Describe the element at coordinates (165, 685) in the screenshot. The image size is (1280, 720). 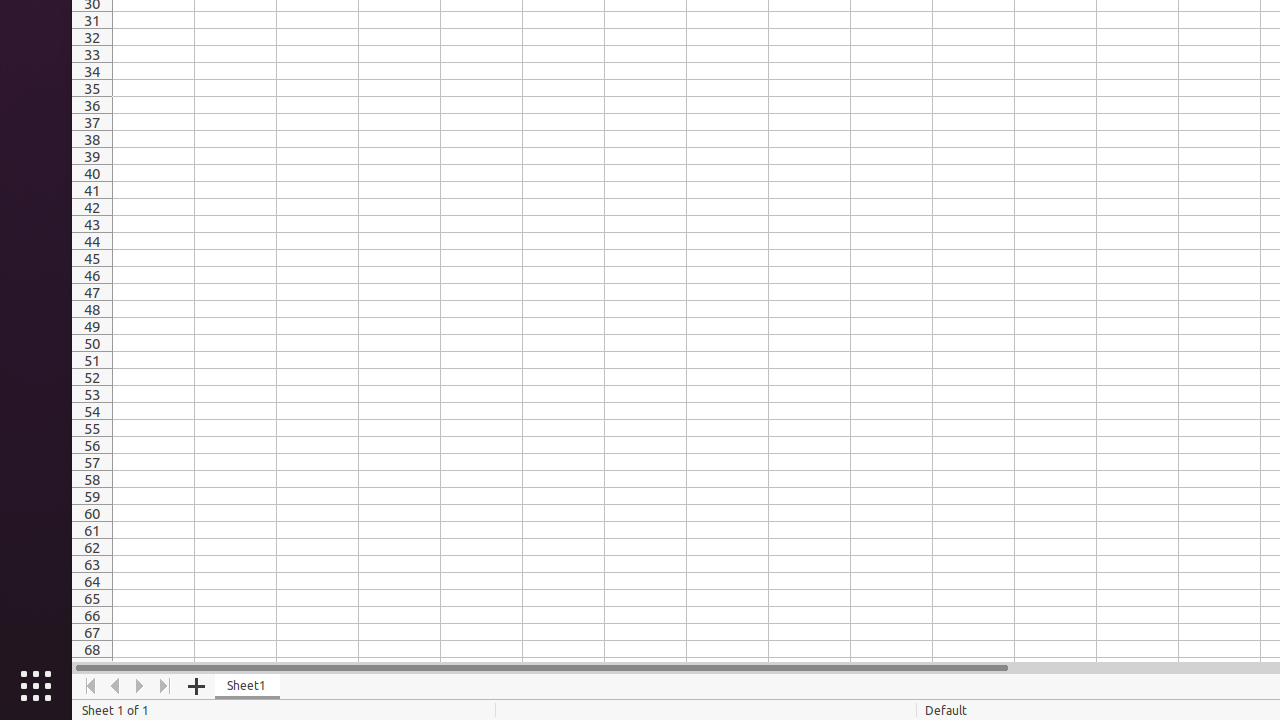
I see `'Move To End'` at that location.